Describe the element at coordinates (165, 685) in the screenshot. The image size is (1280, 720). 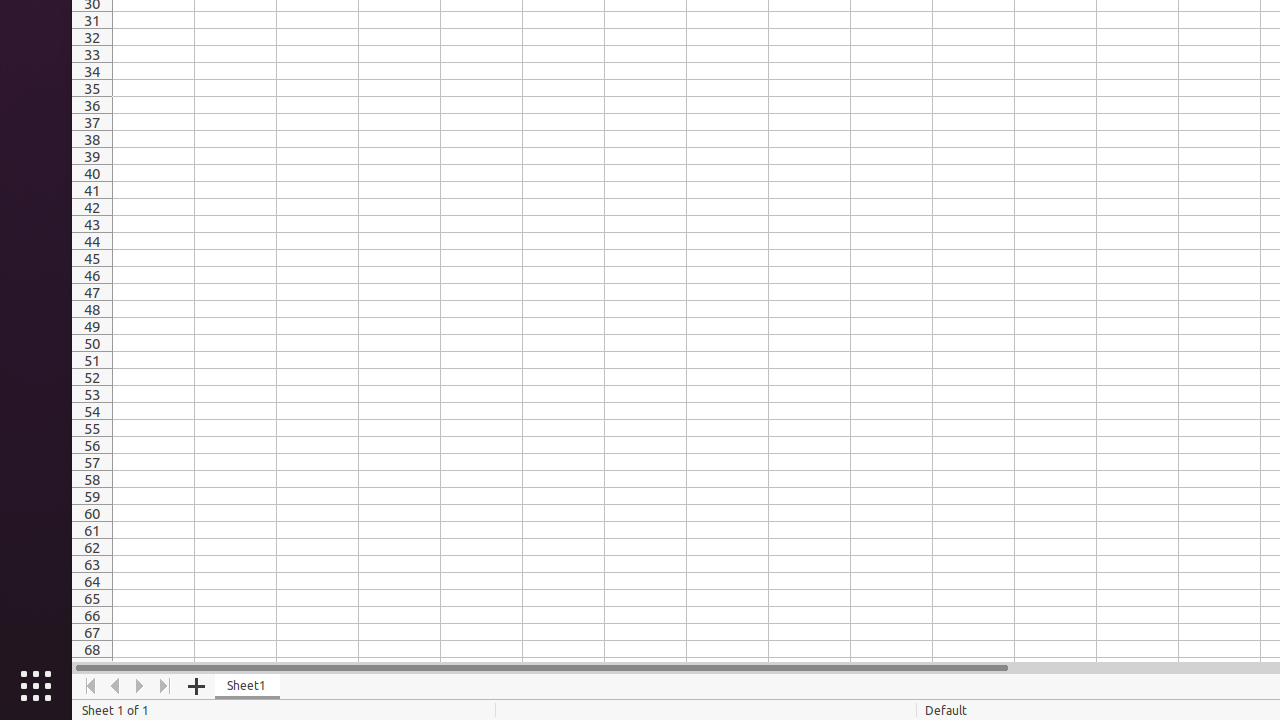
I see `'Move To End'` at that location.